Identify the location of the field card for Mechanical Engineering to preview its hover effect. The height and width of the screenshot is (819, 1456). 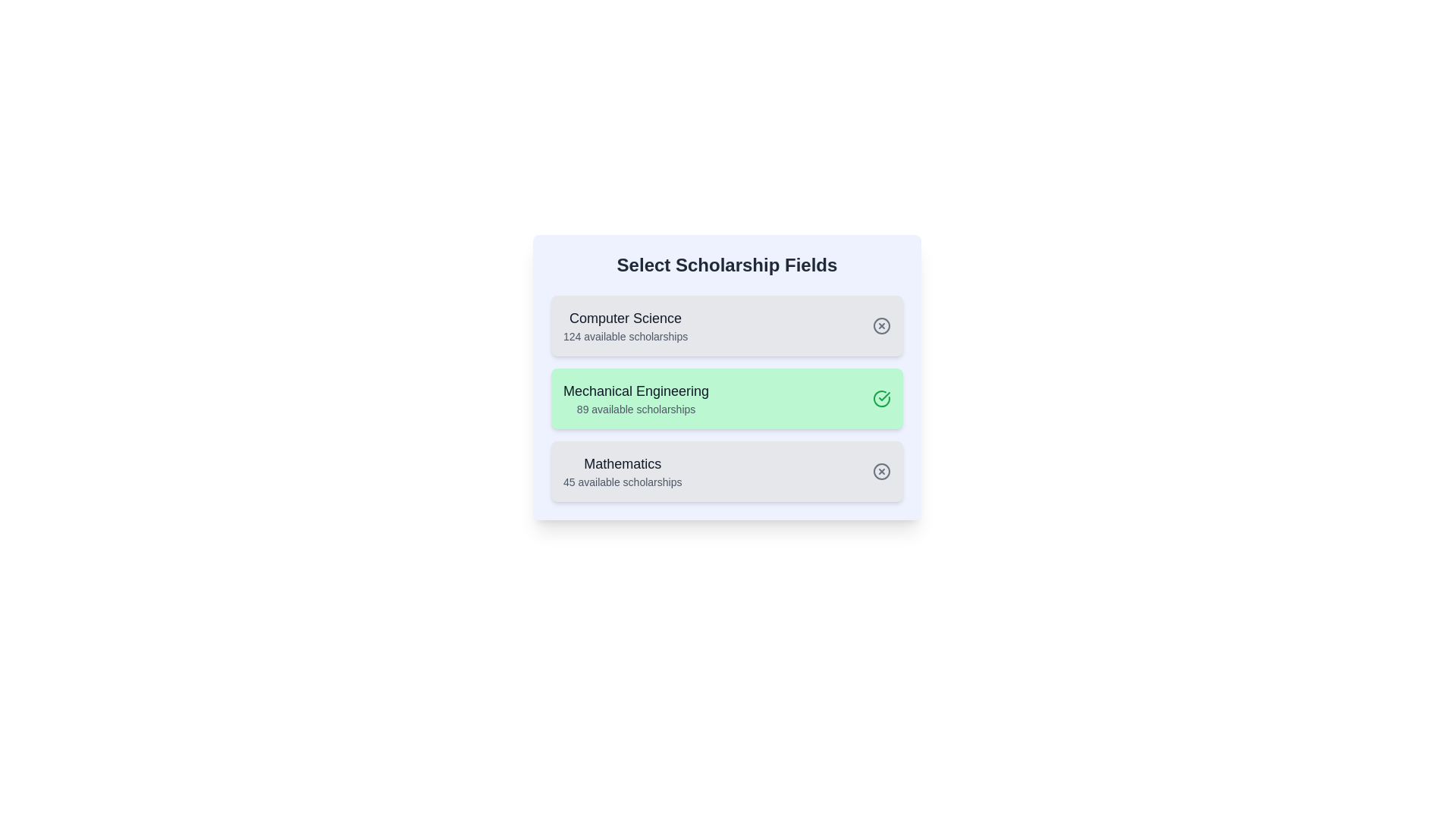
(726, 397).